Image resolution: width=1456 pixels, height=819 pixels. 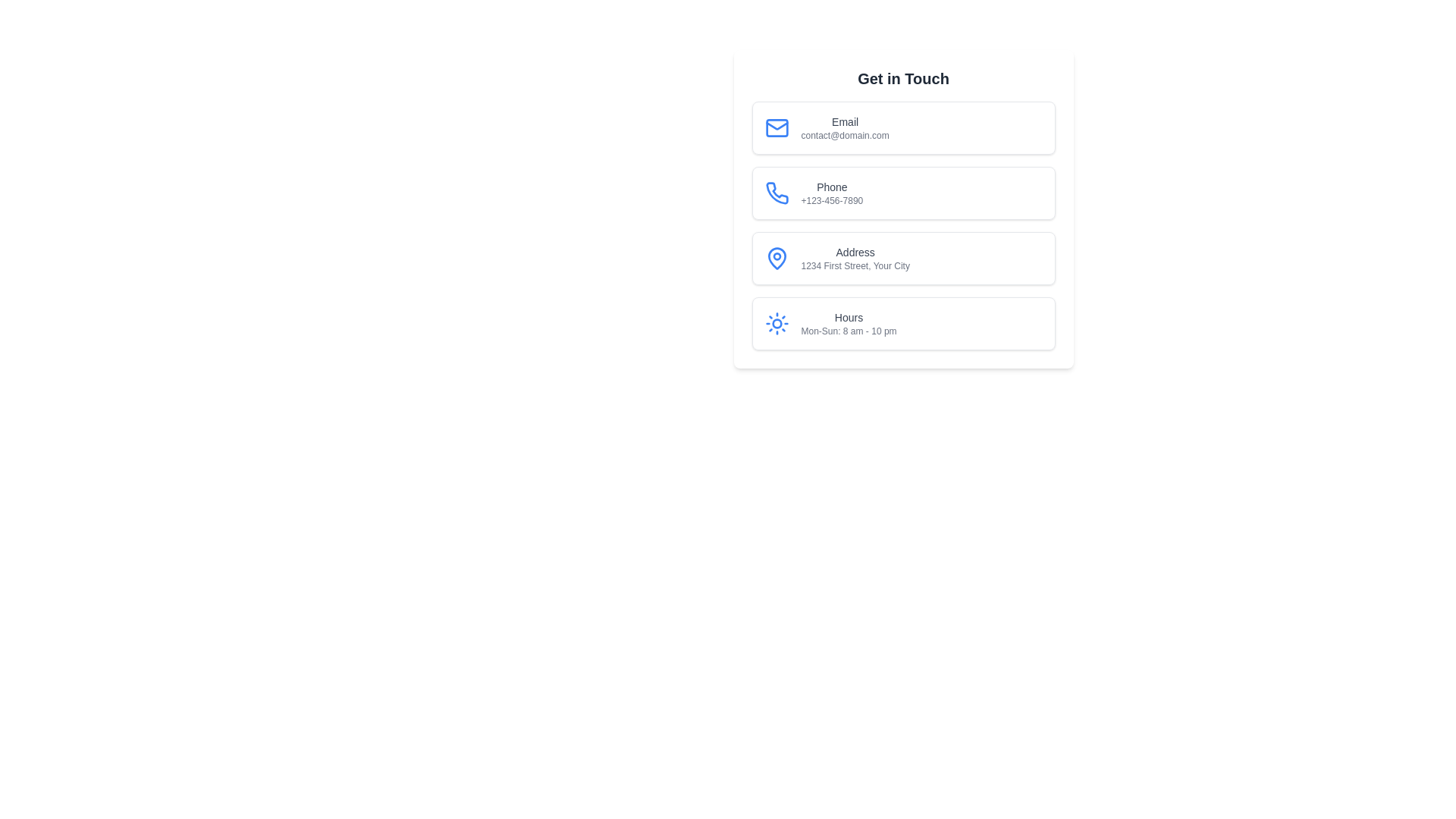 What do you see at coordinates (848, 330) in the screenshot?
I see `the text indicating operational hours, which is located directly below the 'Hours' label in a structured card interface` at bounding box center [848, 330].